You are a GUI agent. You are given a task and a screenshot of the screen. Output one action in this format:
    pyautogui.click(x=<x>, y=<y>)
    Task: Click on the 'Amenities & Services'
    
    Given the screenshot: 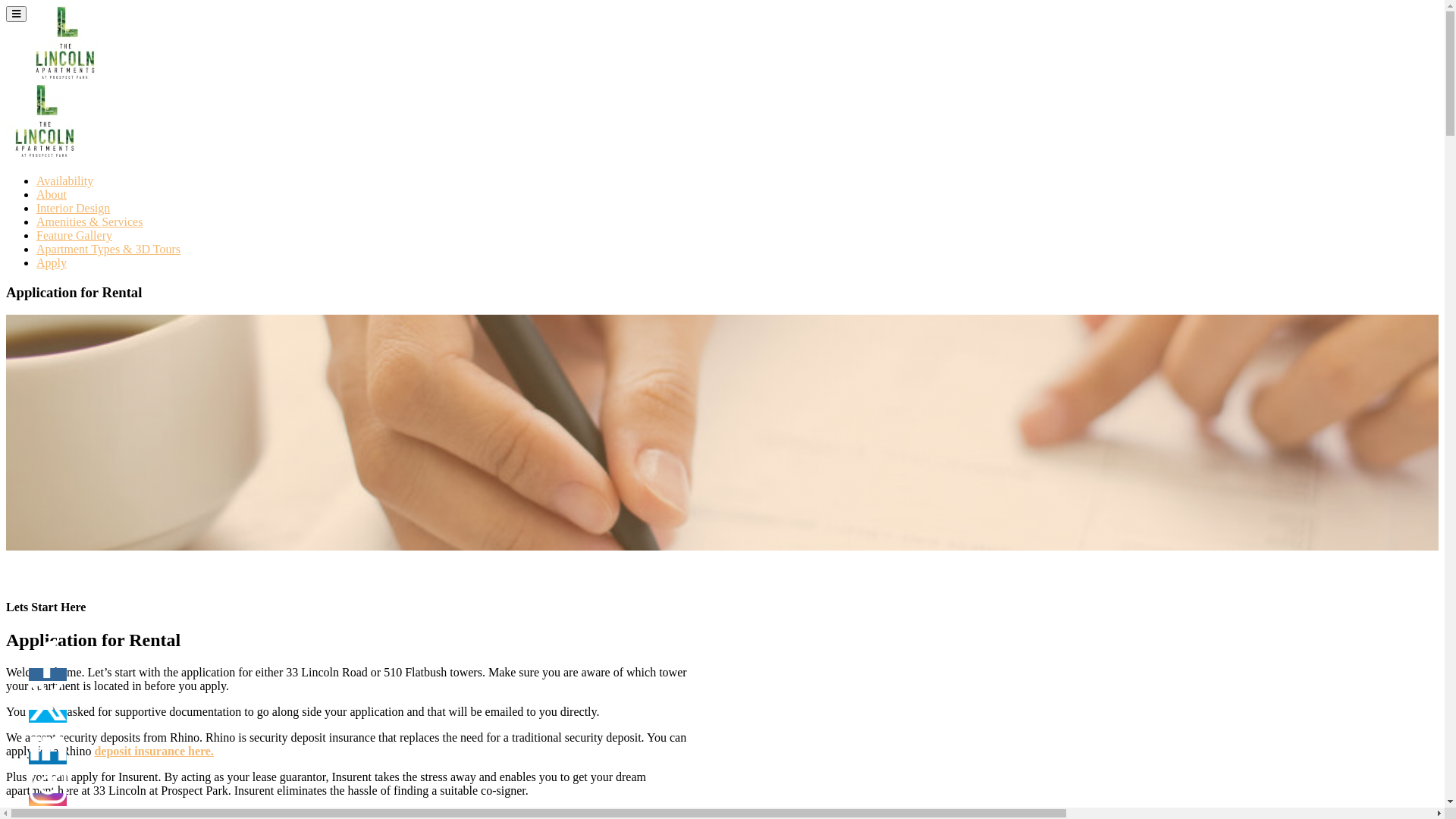 What is the action you would take?
    pyautogui.click(x=89, y=221)
    